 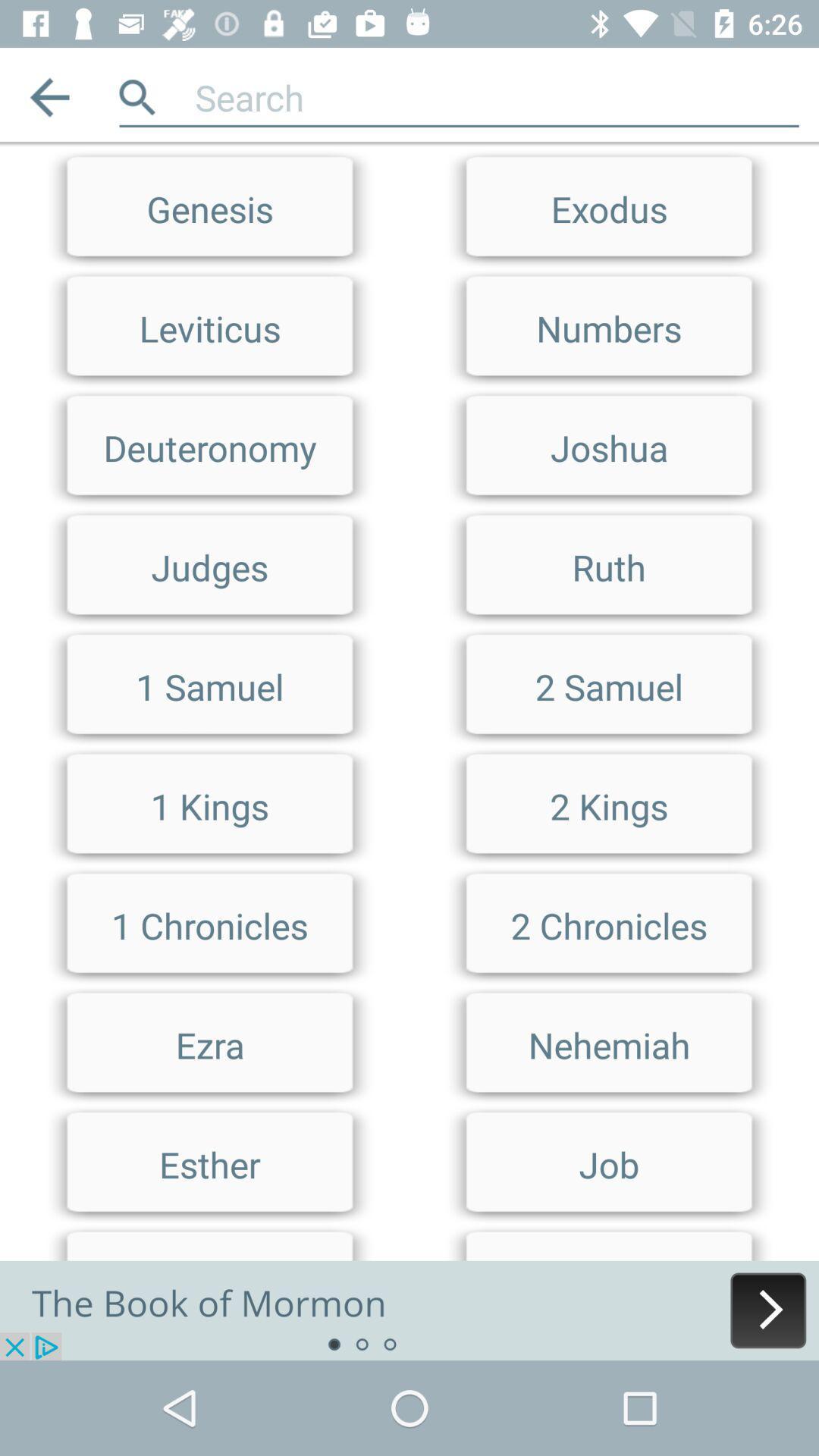 What do you see at coordinates (497, 96) in the screenshot?
I see `search term` at bounding box center [497, 96].